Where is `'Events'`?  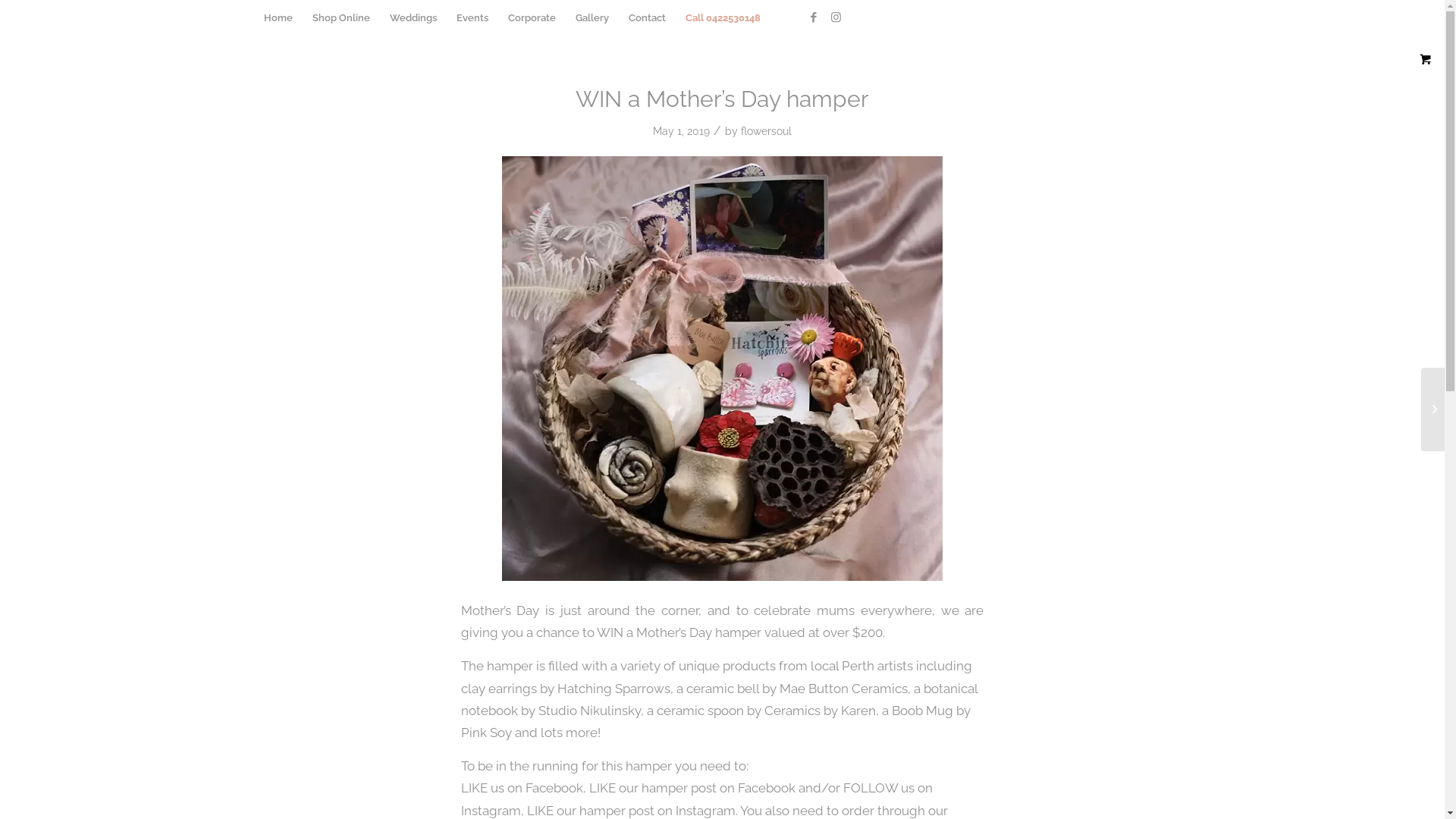 'Events' is located at coordinates (471, 17).